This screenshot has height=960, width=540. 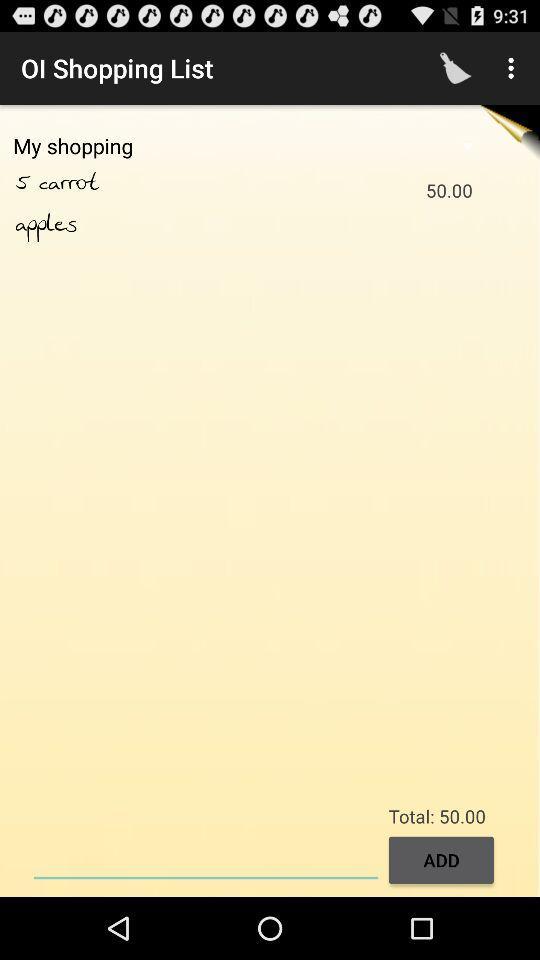 What do you see at coordinates (90, 183) in the screenshot?
I see `icon to the right of 5  icon` at bounding box center [90, 183].